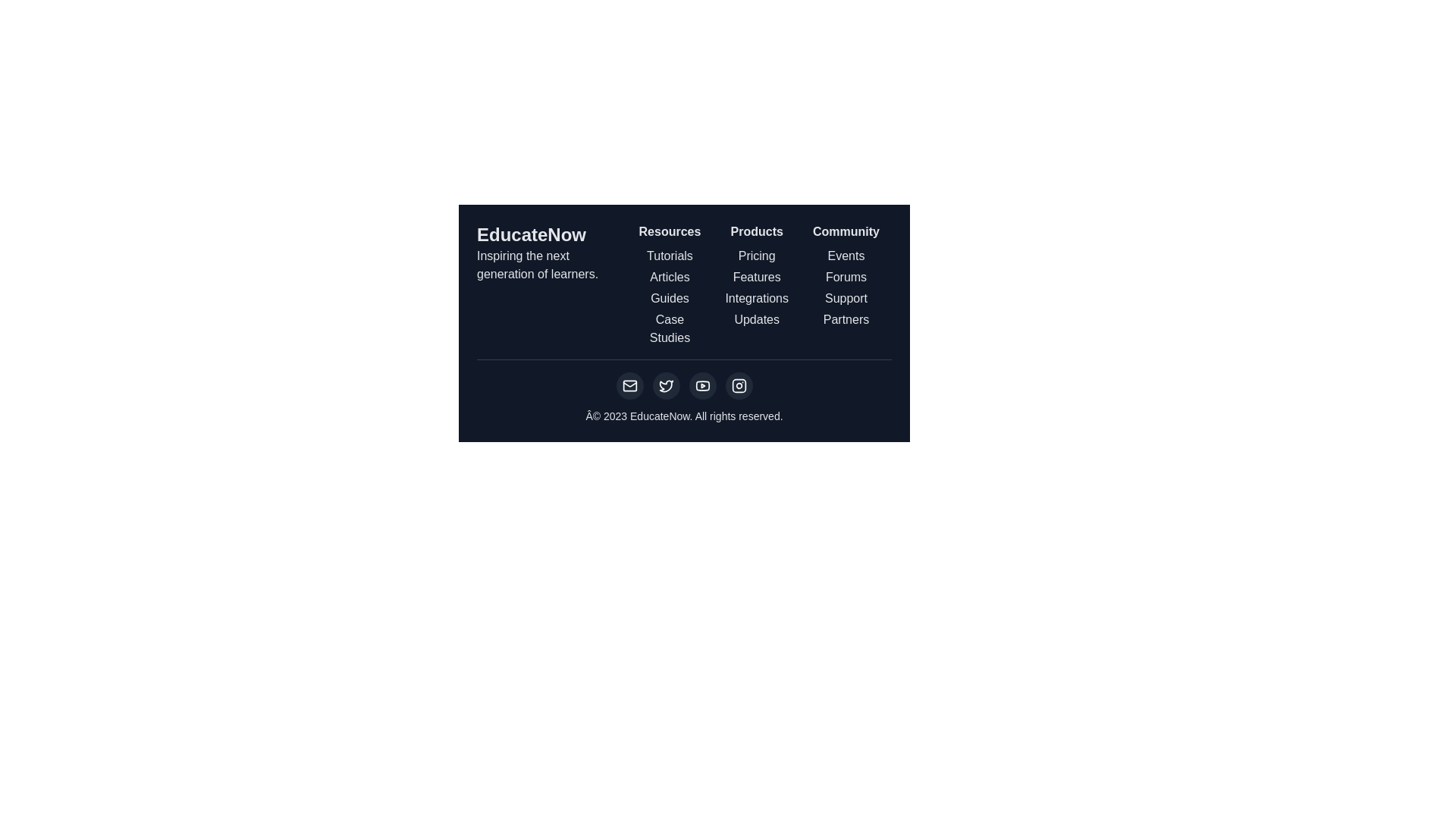 The height and width of the screenshot is (819, 1456). What do you see at coordinates (551, 265) in the screenshot?
I see `the text element that reads 'Inspiring the next generation of learners.' which is positioned beneath the bold 'EducateNow' text in the footer` at bounding box center [551, 265].